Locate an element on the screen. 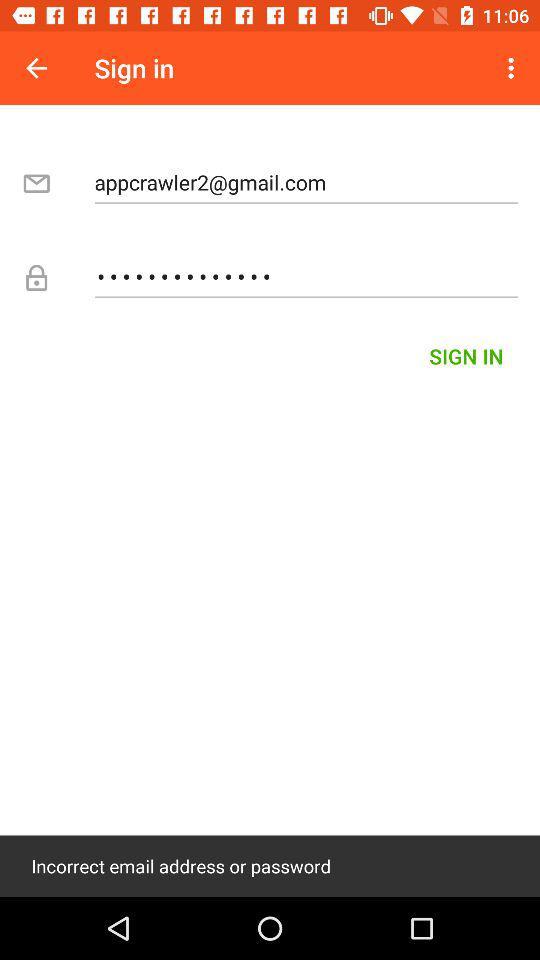 The height and width of the screenshot is (960, 540). item above appcrawler2@gmail.com is located at coordinates (513, 68).